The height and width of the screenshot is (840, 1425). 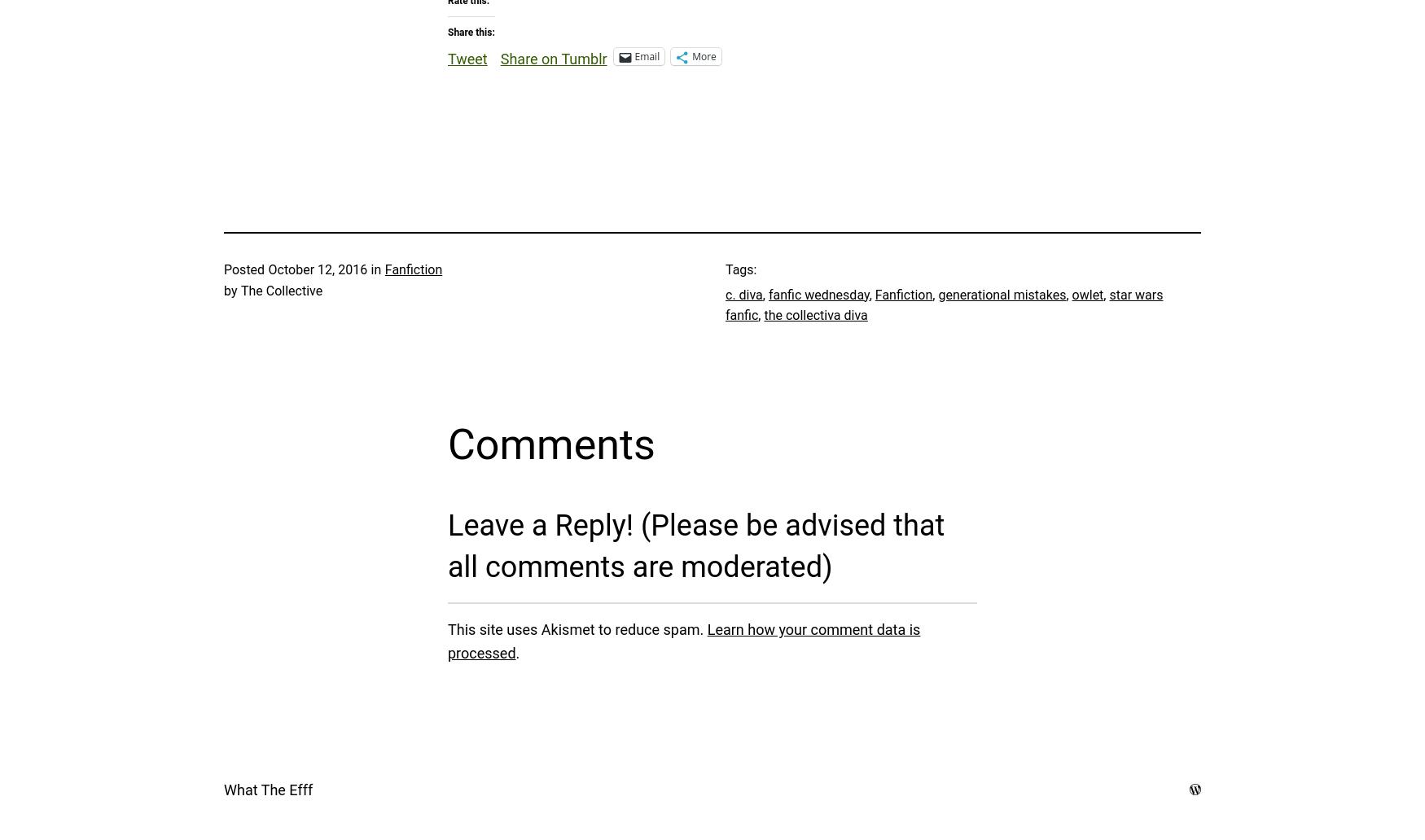 I want to click on 'Learn how your comment data is processed', so click(x=684, y=641).